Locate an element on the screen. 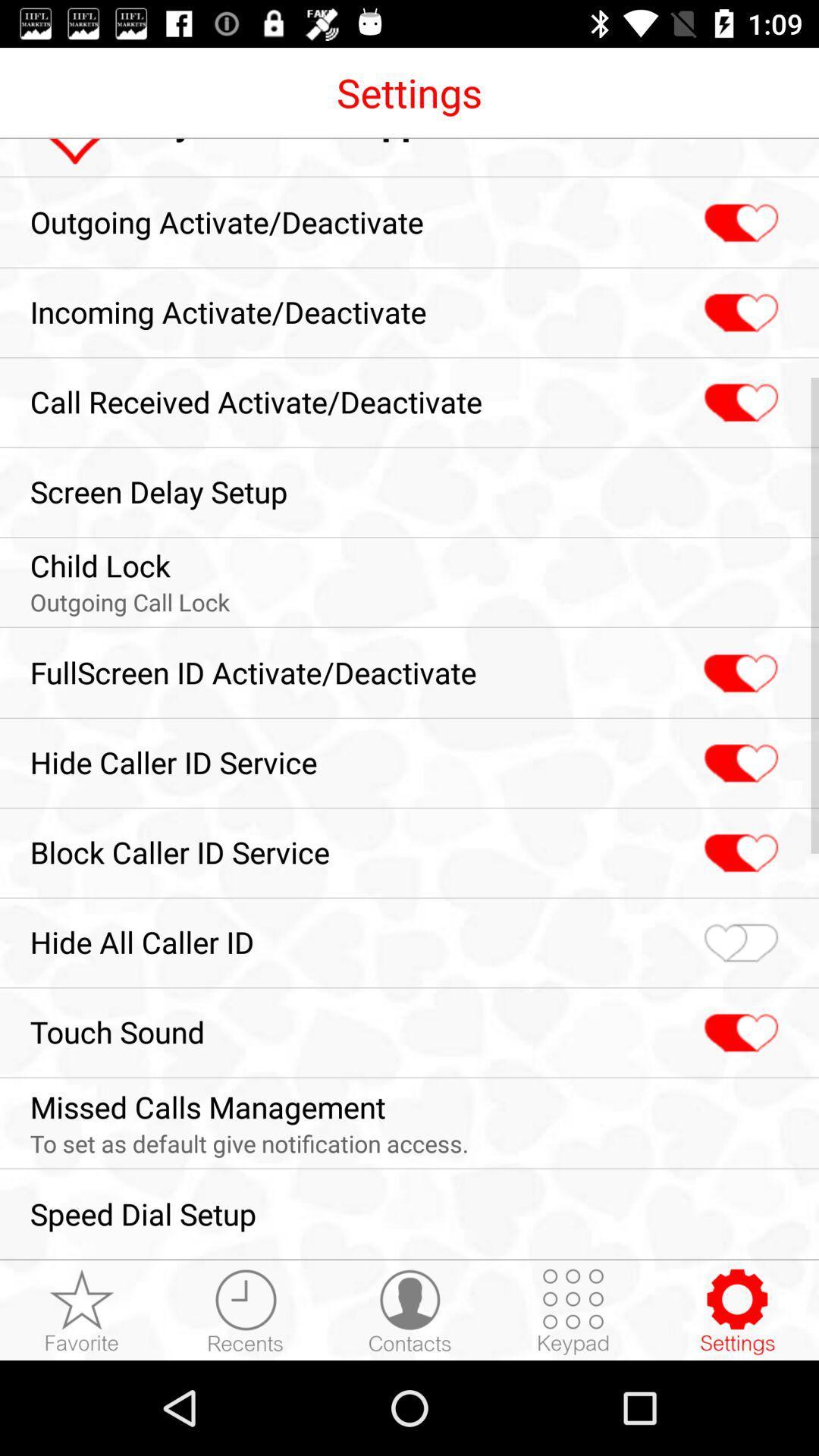 The image size is (819, 1456). the time icon is located at coordinates (245, 1310).